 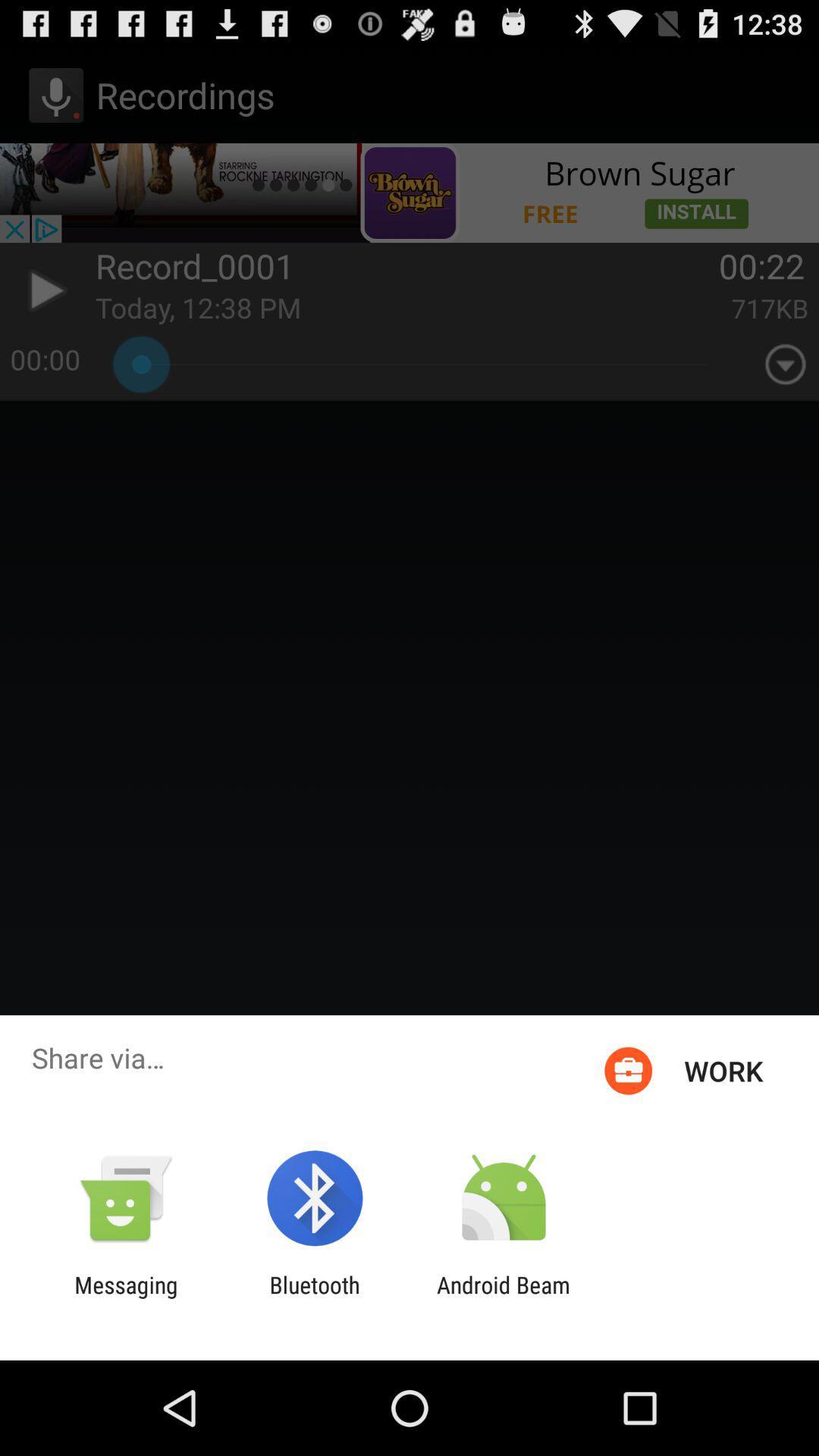 I want to click on the item to the left of the bluetooth, so click(x=125, y=1298).